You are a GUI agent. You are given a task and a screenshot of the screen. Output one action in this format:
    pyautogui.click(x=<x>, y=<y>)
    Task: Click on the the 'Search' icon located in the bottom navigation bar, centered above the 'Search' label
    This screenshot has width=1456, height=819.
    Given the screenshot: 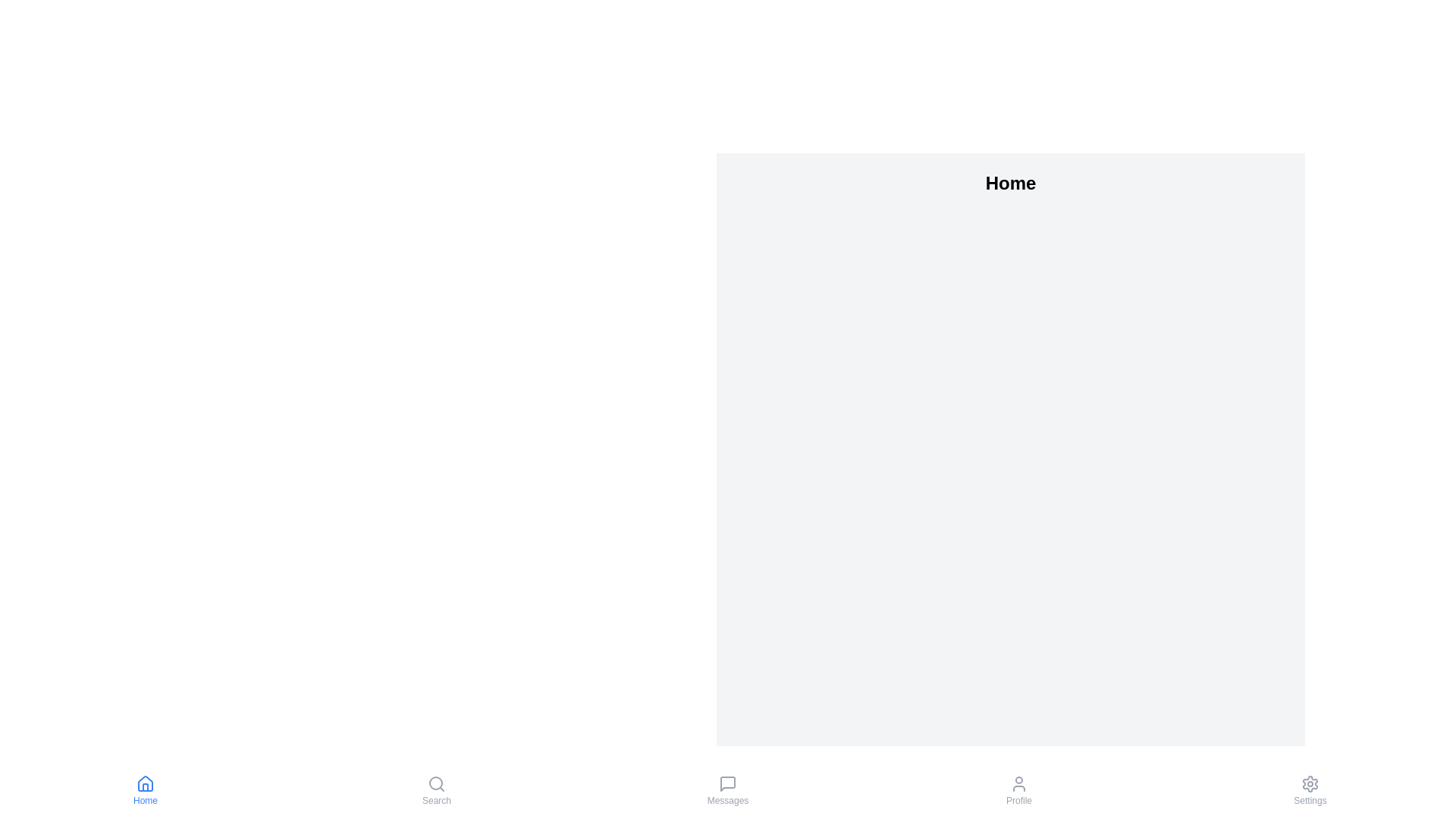 What is the action you would take?
    pyautogui.click(x=436, y=783)
    